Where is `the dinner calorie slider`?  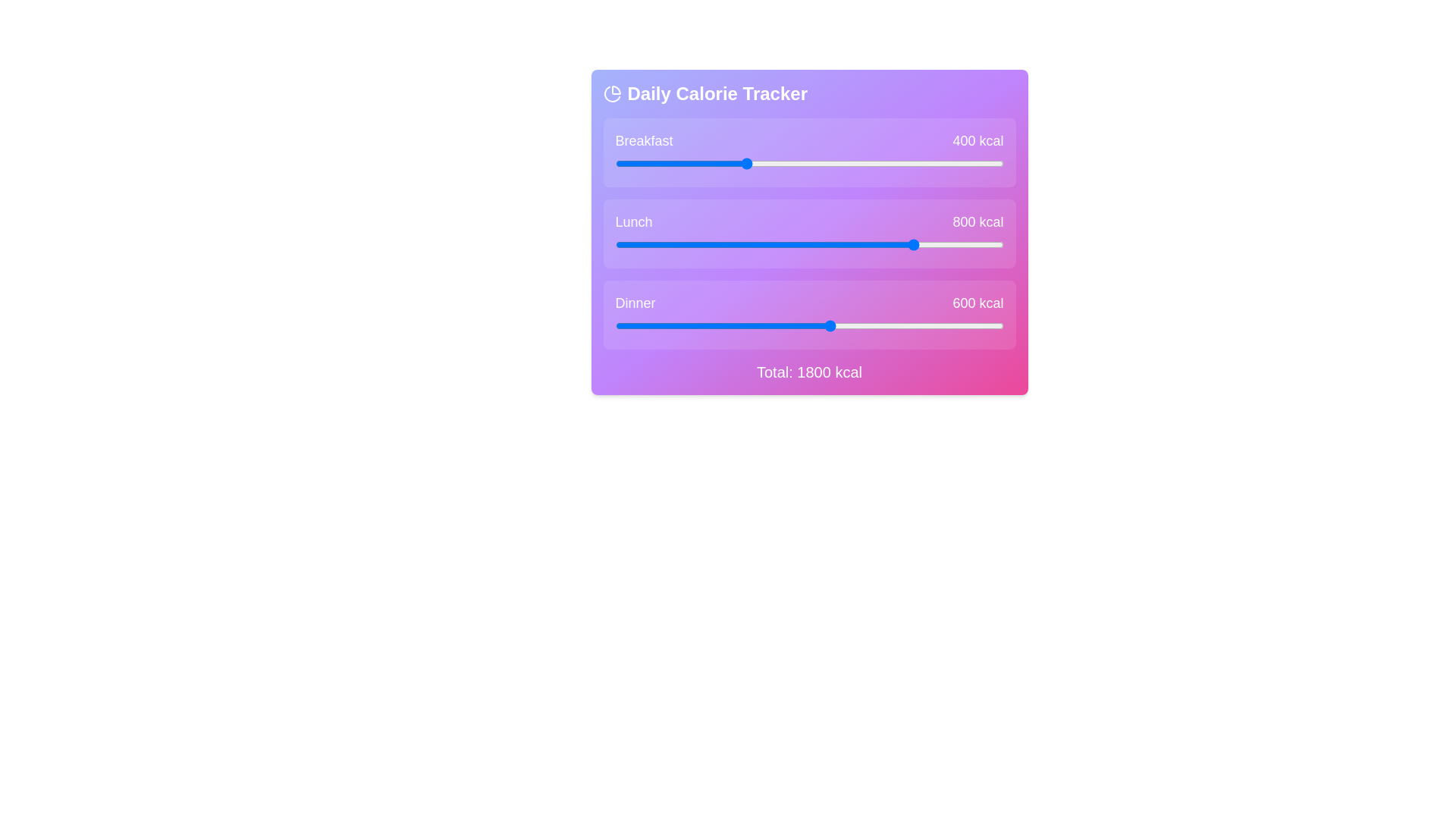
the dinner calorie slider is located at coordinates (728, 325).